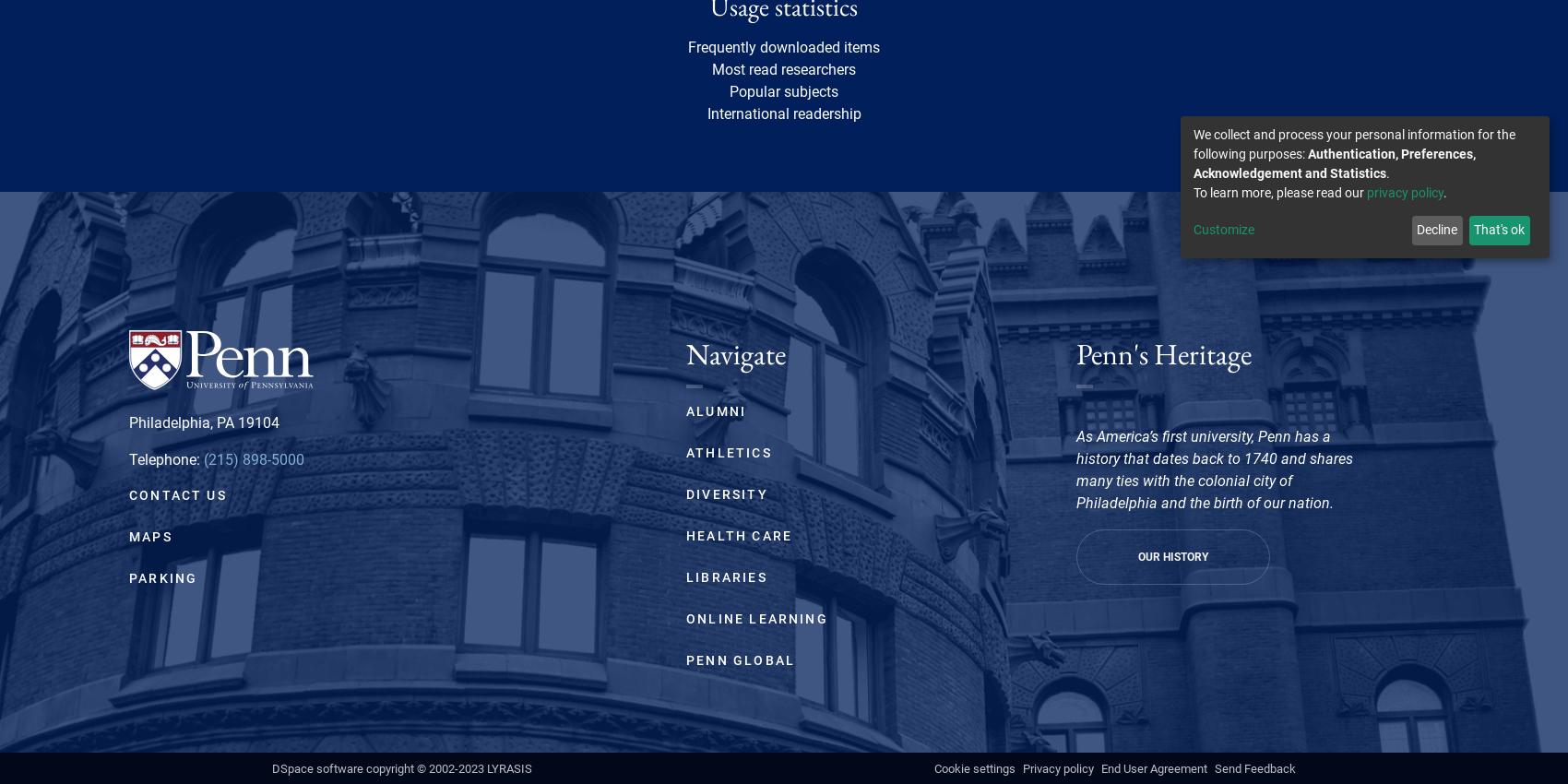  I want to click on 'Penn's Heritage', so click(1163, 354).